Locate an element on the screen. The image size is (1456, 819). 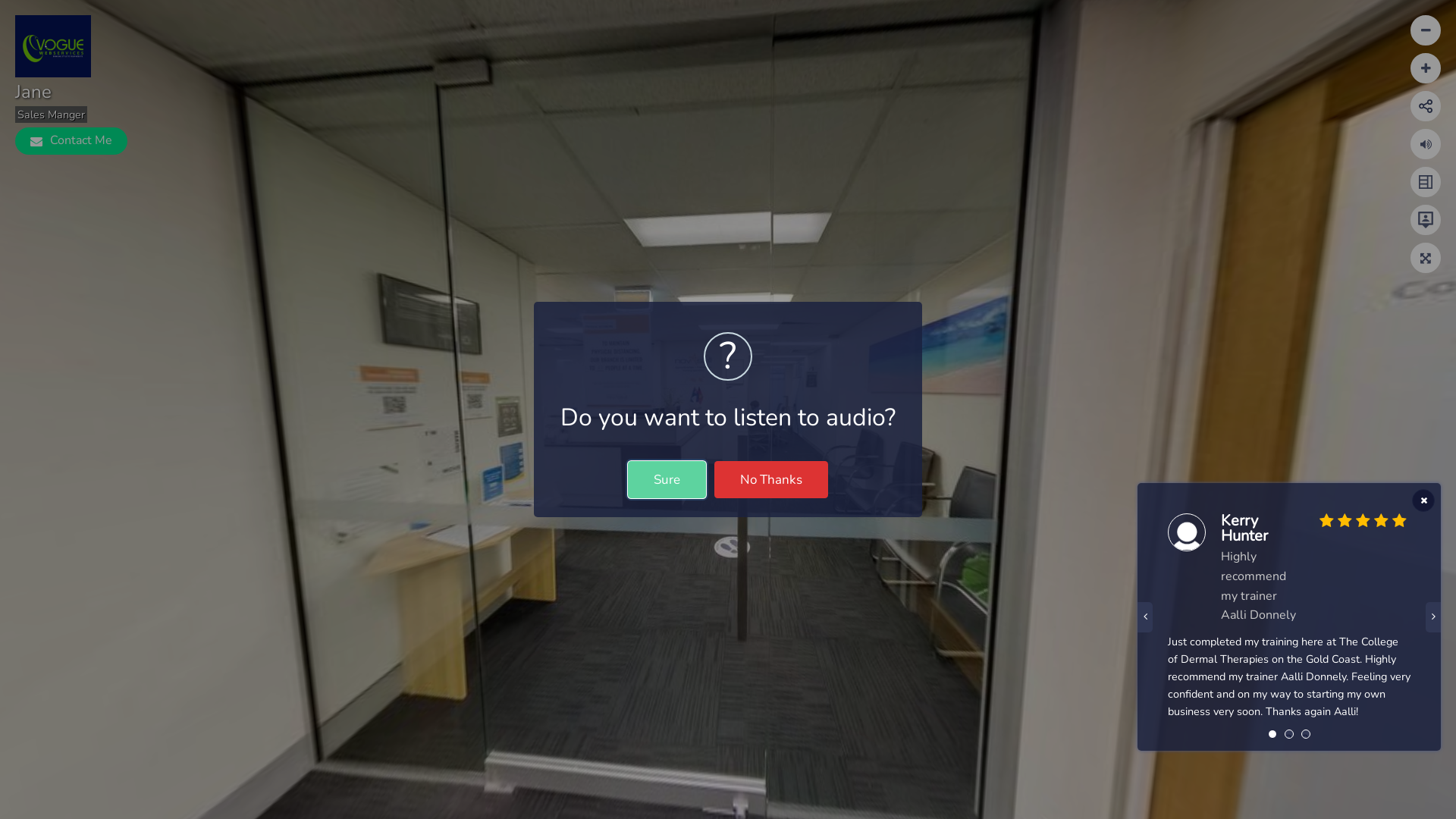
'Social Share' is located at coordinates (1418, 105).